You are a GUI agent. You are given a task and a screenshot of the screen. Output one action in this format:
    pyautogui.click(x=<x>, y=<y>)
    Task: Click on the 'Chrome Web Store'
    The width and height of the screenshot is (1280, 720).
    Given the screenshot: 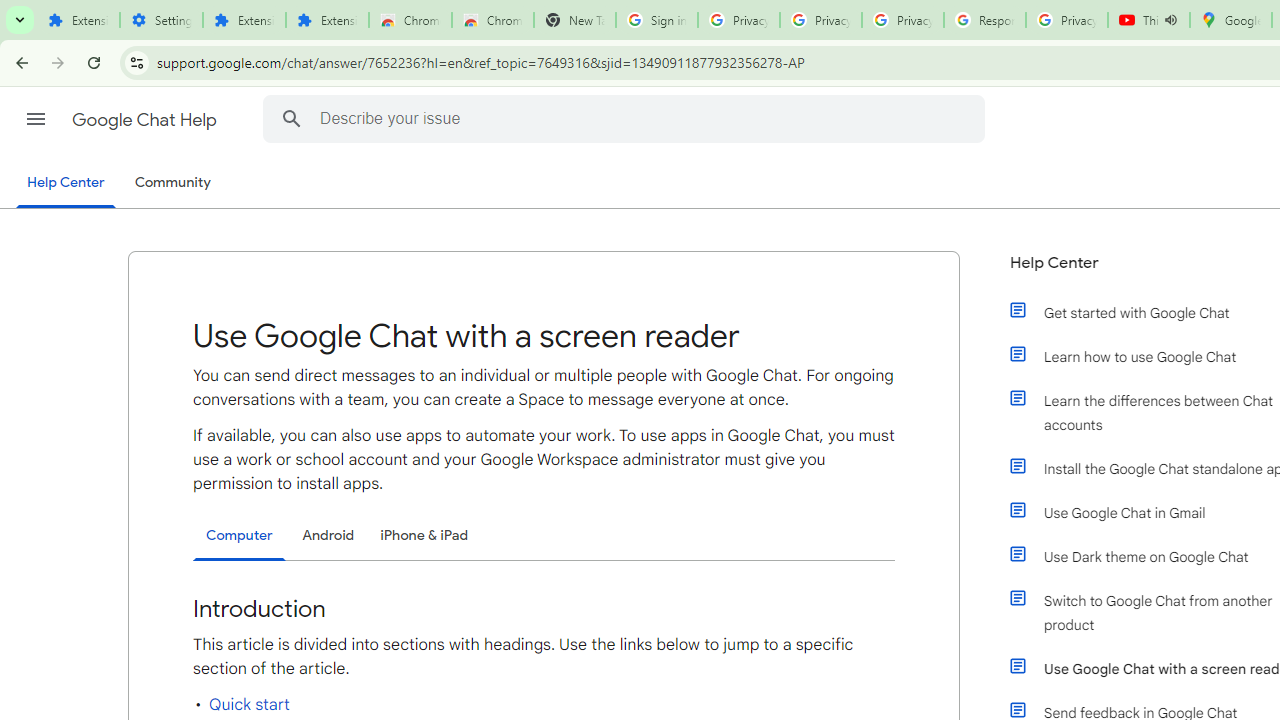 What is the action you would take?
    pyautogui.click(x=409, y=20)
    